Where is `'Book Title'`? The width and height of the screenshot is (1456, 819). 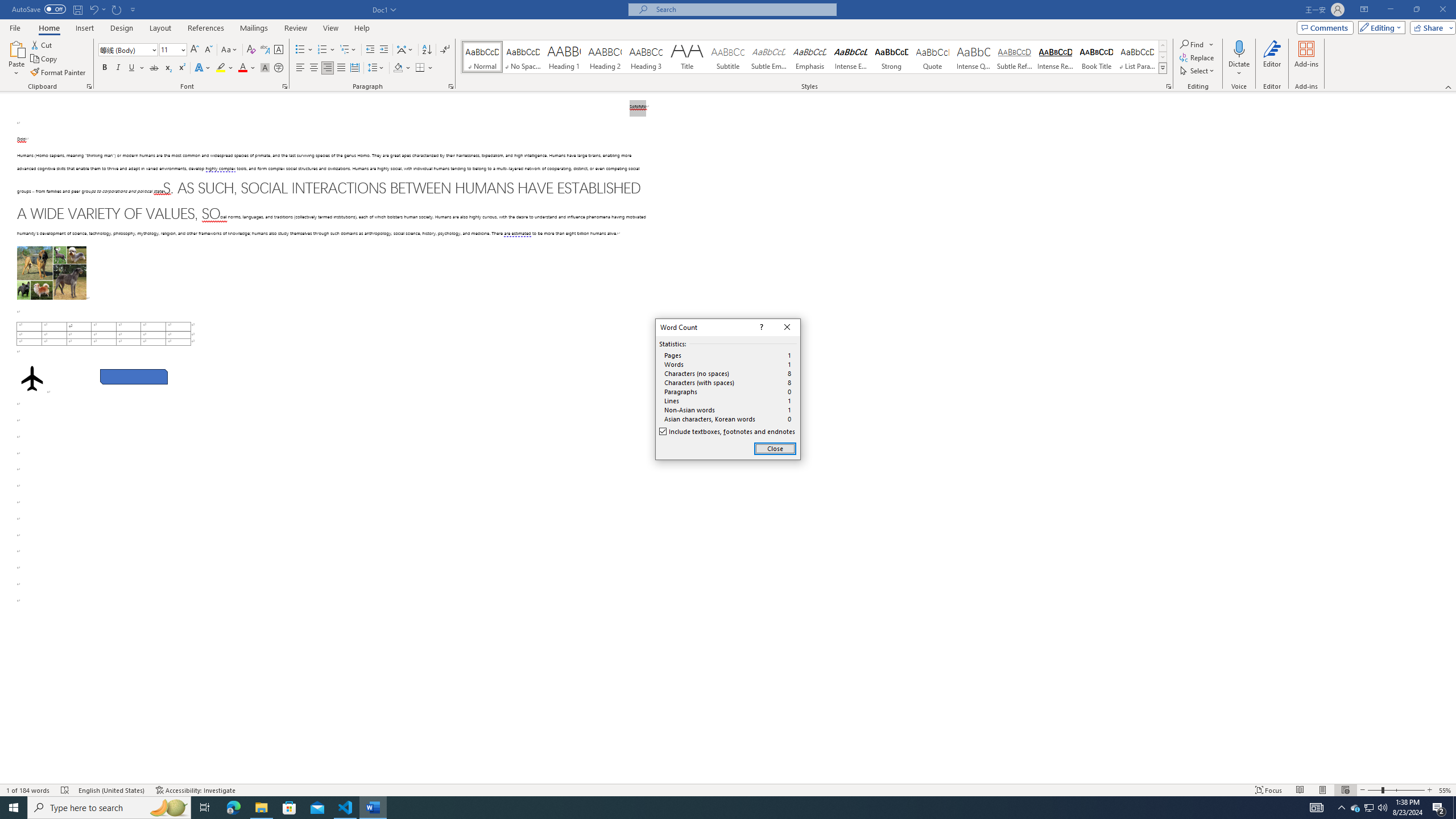 'Book Title' is located at coordinates (1096, 56).